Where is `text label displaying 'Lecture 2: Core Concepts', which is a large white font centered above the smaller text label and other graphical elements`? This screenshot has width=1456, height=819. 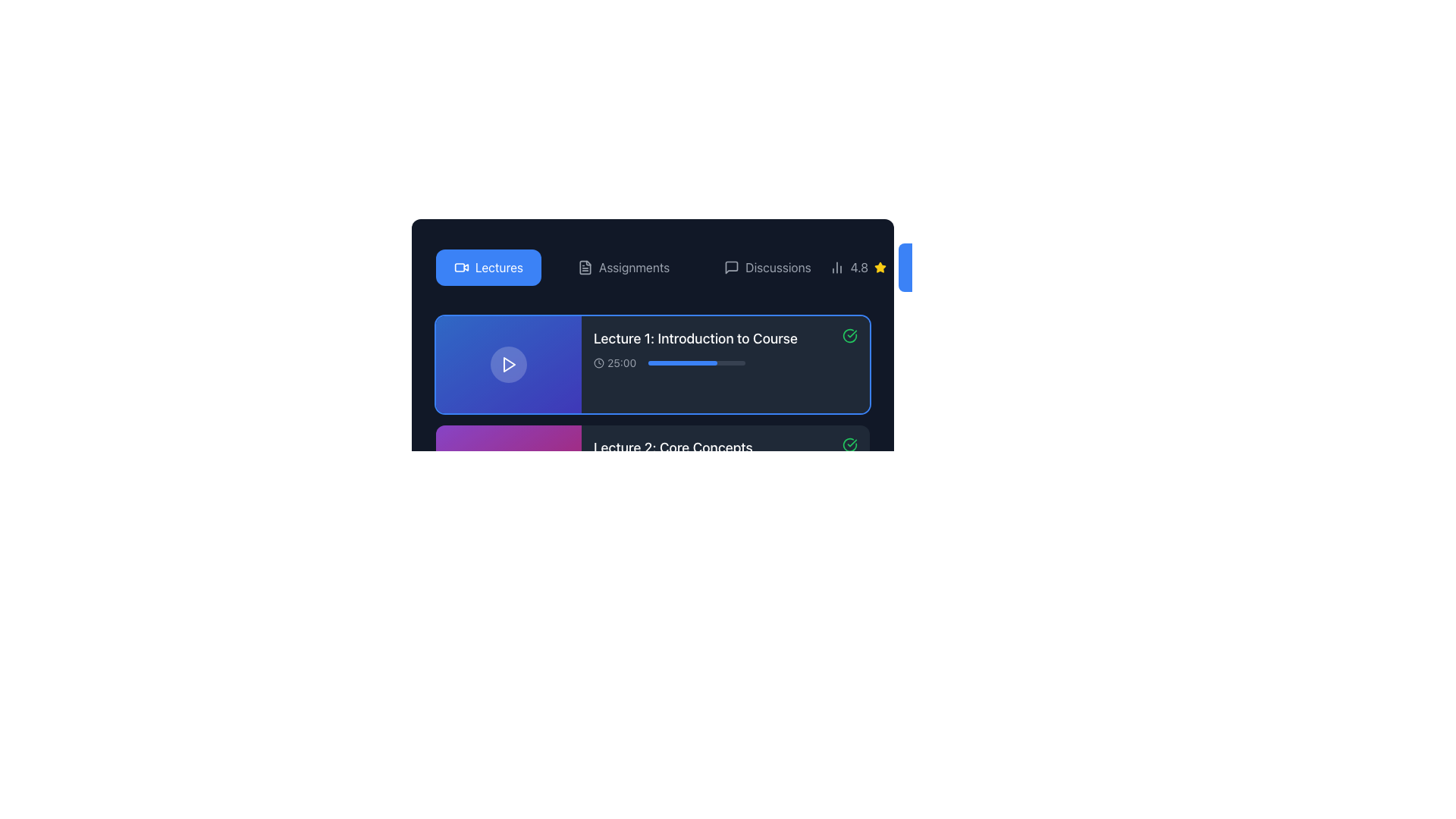 text label displaying 'Lecture 2: Core Concepts', which is a large white font centered above the smaller text label and other graphical elements is located at coordinates (672, 447).